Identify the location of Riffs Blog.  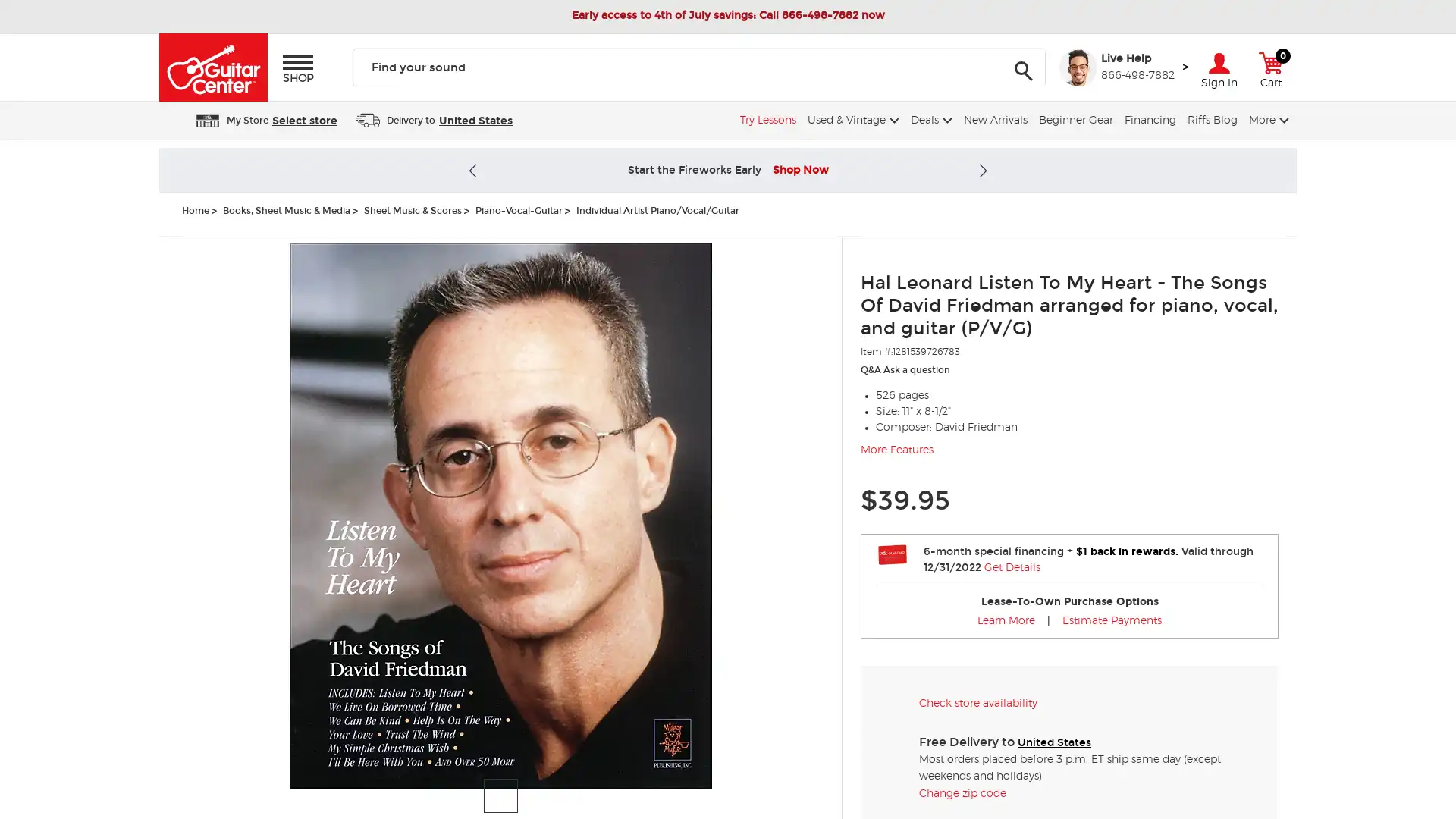
(1210, 119).